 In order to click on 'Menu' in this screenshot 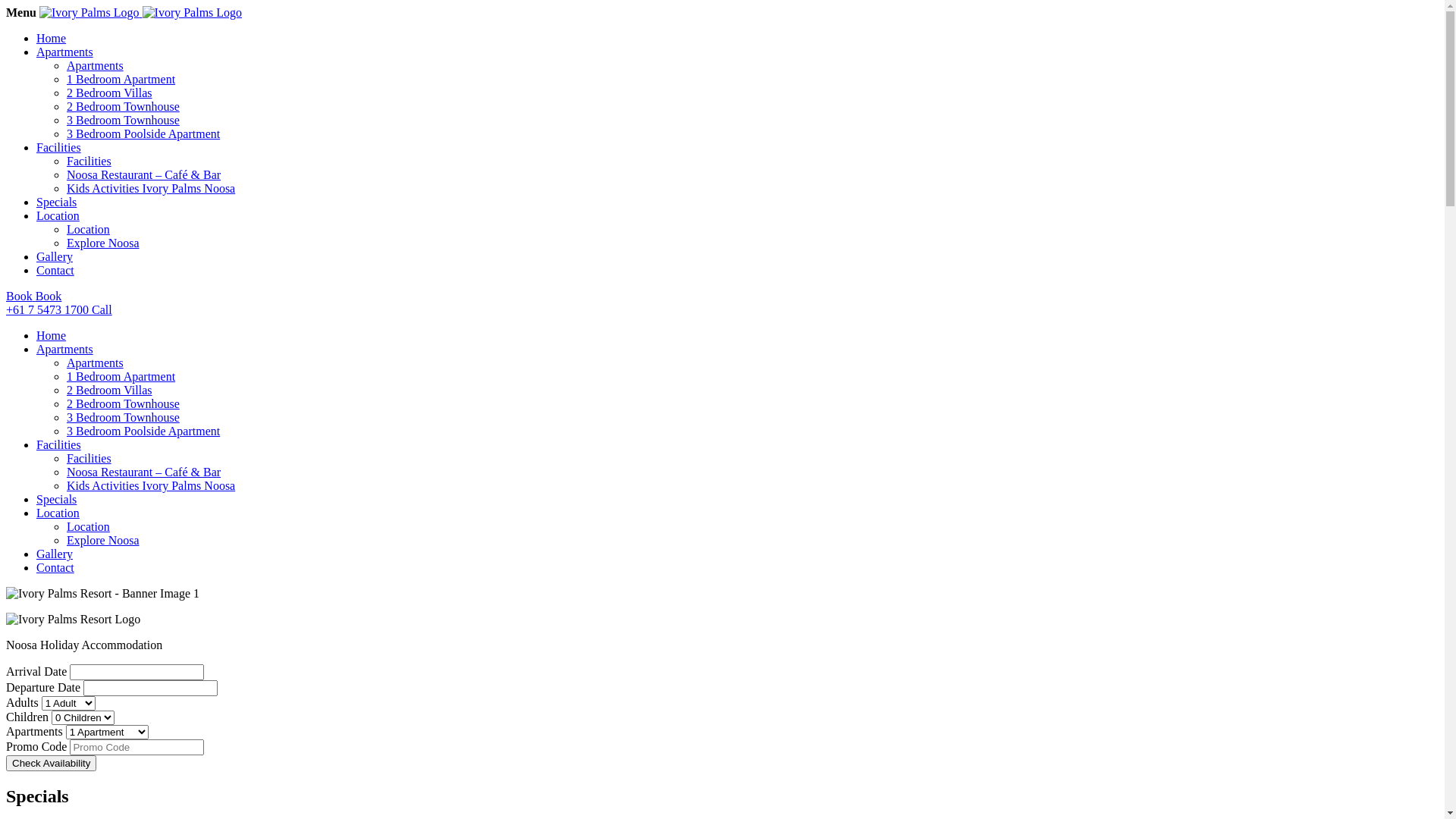, I will do `click(21, 12)`.